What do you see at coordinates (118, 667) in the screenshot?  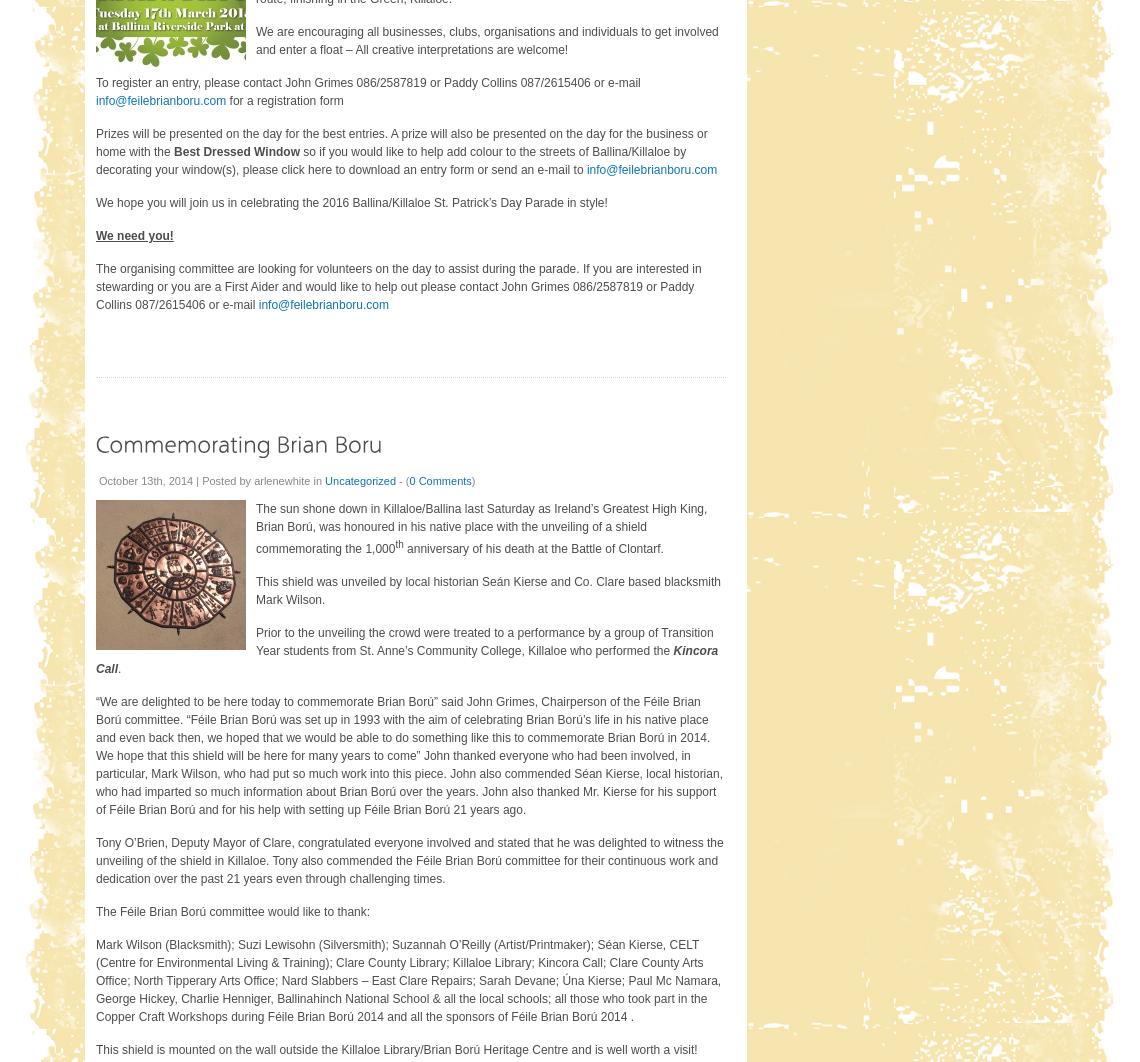 I see `'.'` at bounding box center [118, 667].